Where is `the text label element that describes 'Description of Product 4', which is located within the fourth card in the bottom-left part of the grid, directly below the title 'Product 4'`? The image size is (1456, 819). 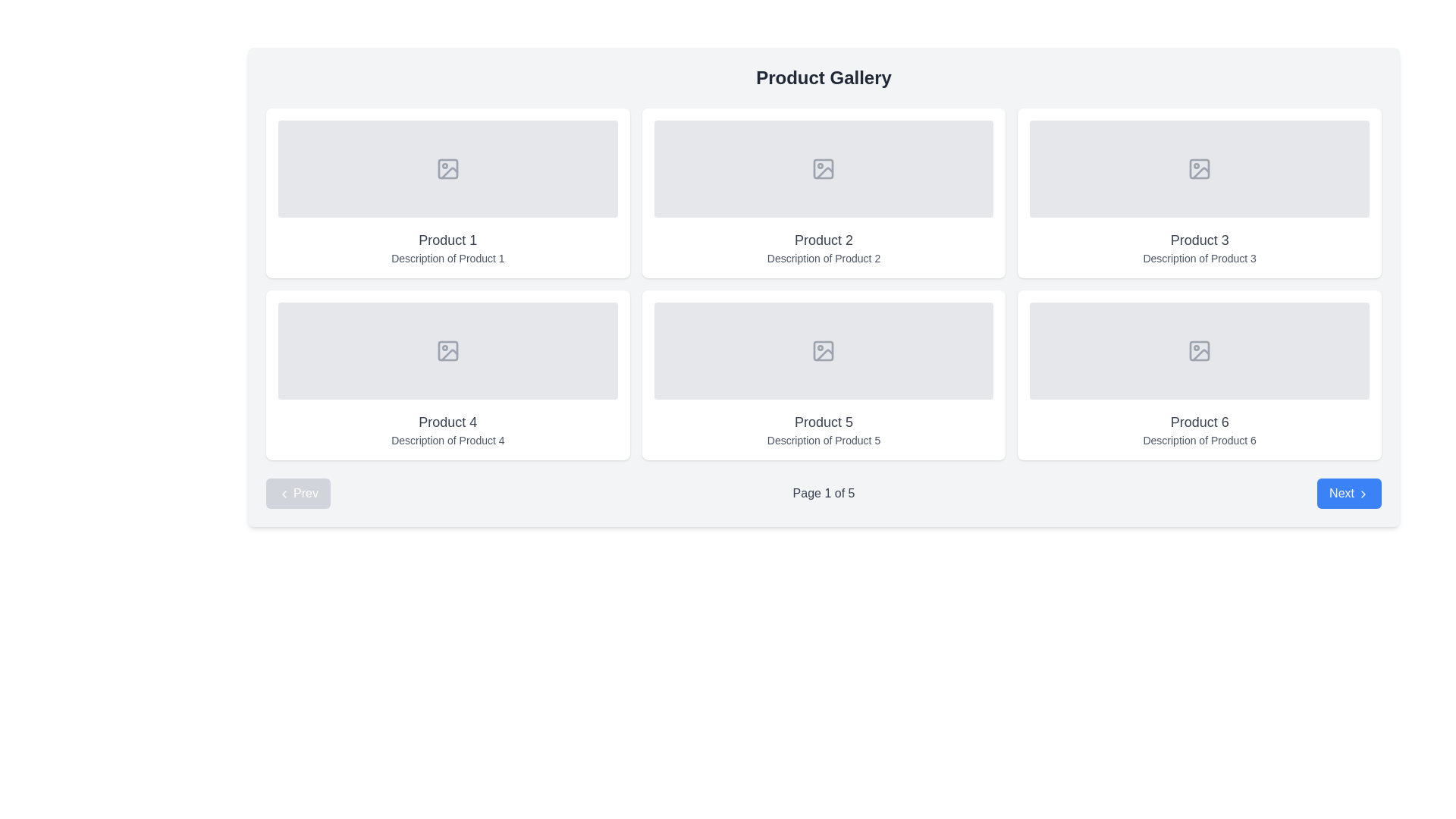 the text label element that describes 'Description of Product 4', which is located within the fourth card in the bottom-left part of the grid, directly below the title 'Product 4' is located at coordinates (447, 441).